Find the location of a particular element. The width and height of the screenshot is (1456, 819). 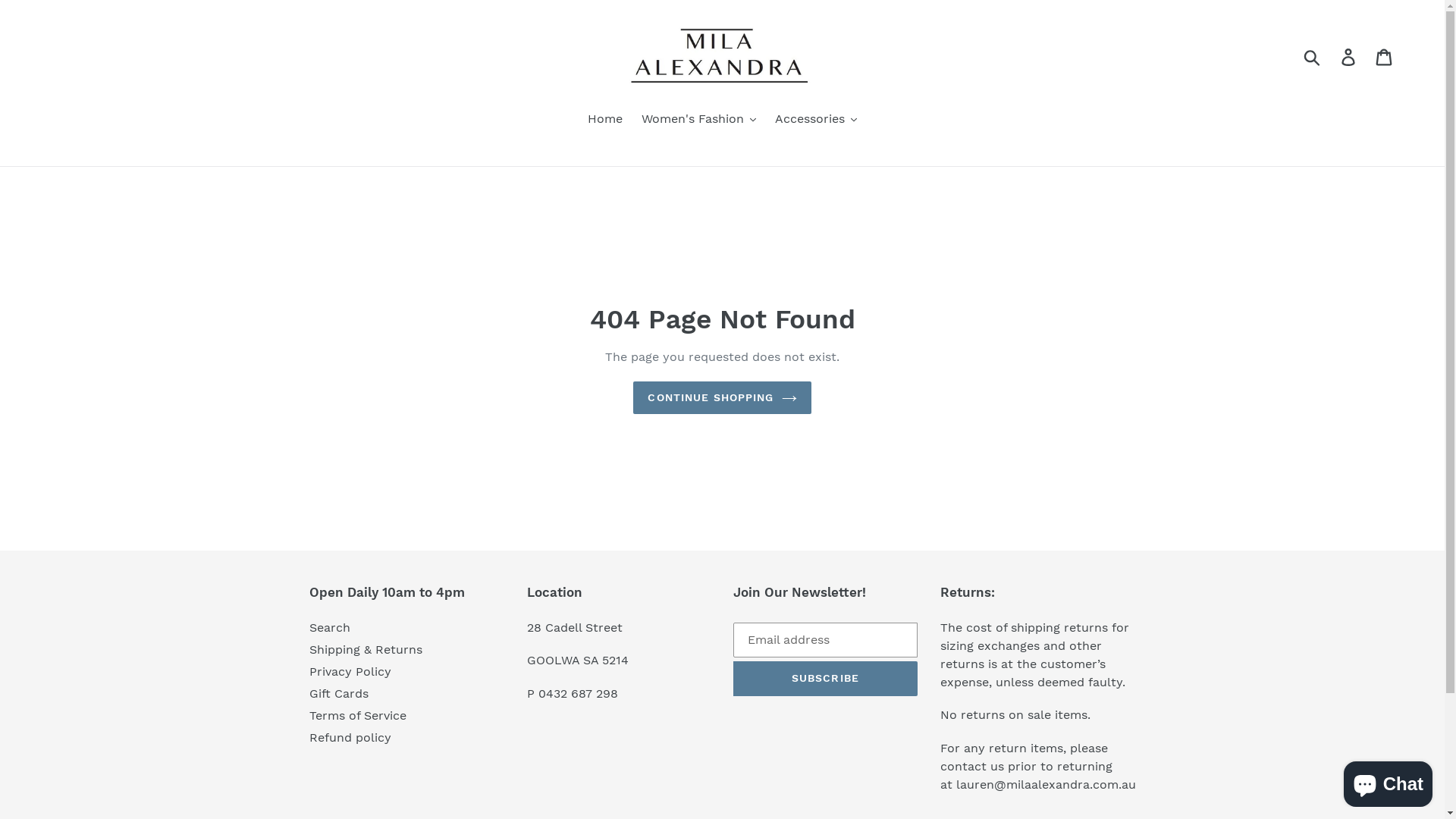

'Terms of Service' is located at coordinates (309, 715).